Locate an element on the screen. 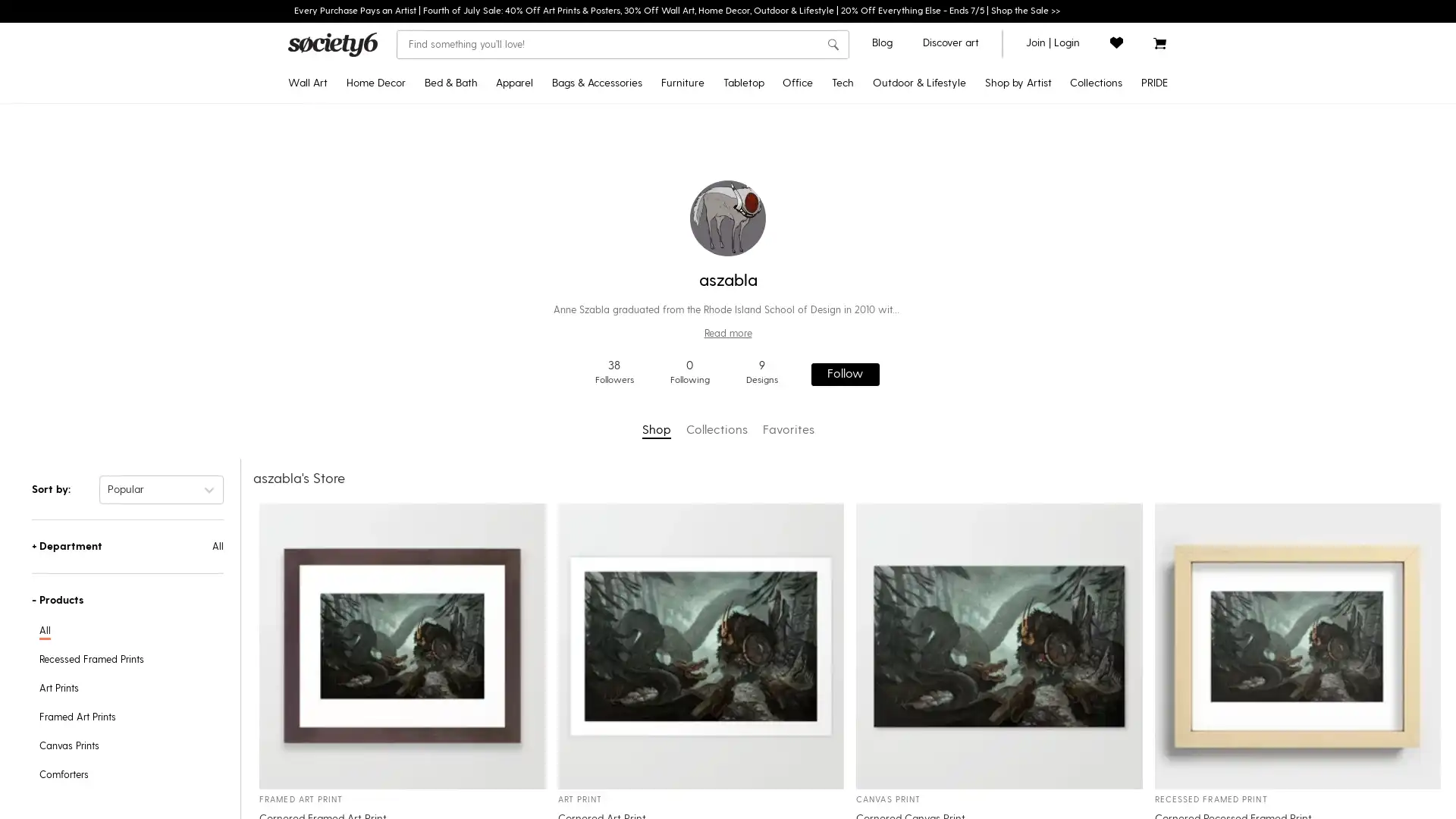  iPhone Card Cases is located at coordinates (896, 219).